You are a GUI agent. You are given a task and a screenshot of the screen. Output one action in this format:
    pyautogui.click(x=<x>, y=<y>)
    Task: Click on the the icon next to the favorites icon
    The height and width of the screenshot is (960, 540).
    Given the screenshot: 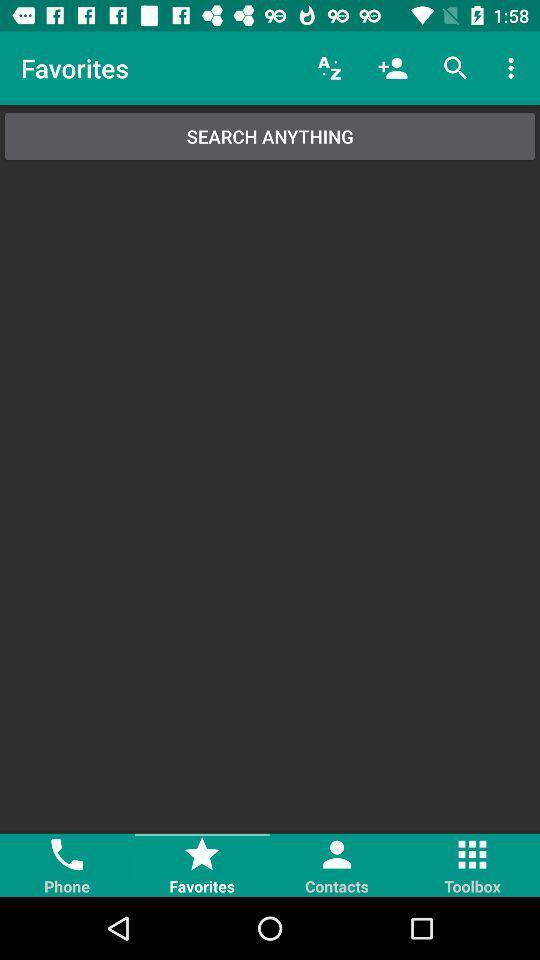 What is the action you would take?
    pyautogui.click(x=329, y=68)
    